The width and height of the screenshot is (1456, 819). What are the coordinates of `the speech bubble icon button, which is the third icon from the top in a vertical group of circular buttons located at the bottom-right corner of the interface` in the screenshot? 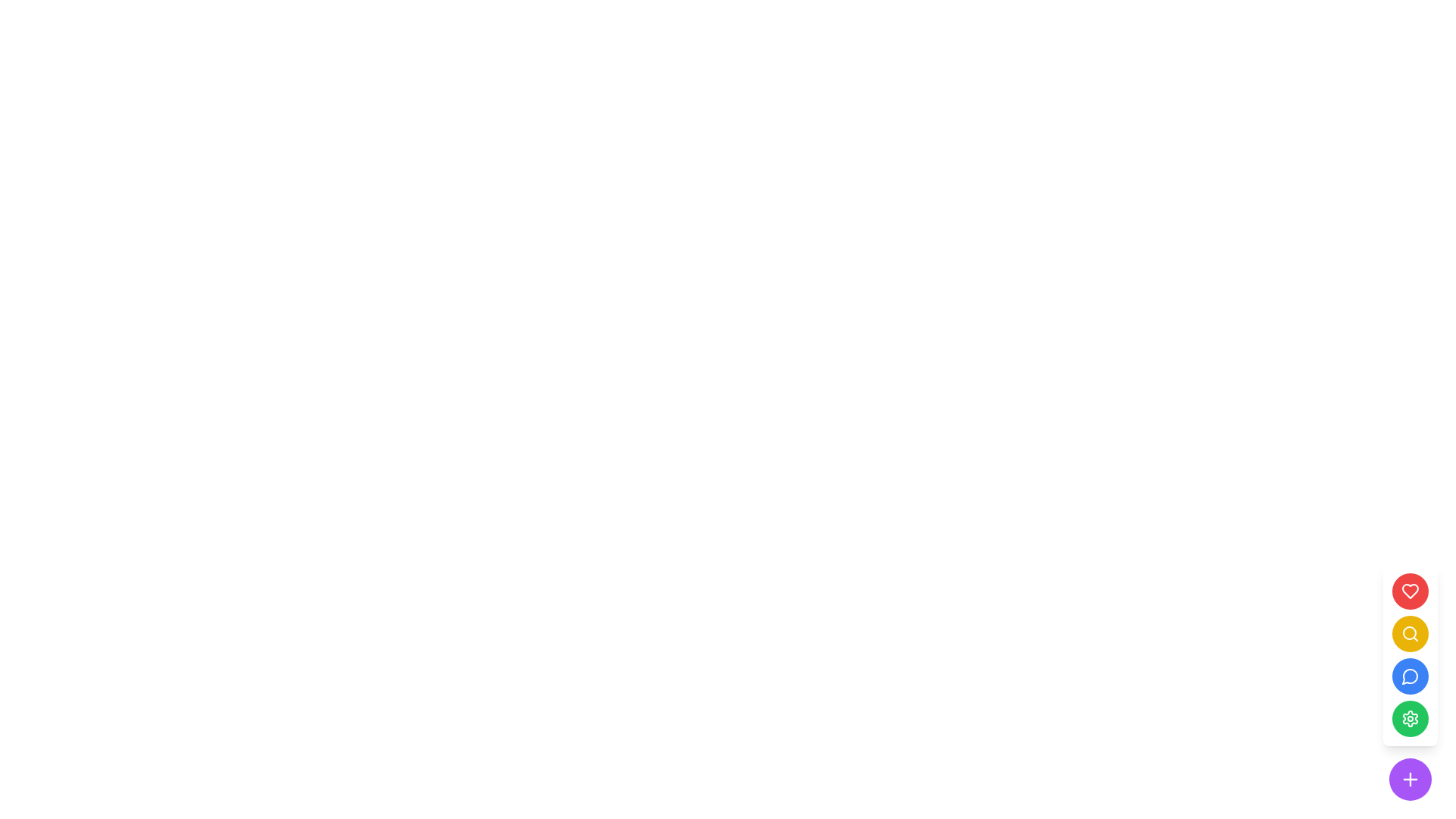 It's located at (1409, 676).